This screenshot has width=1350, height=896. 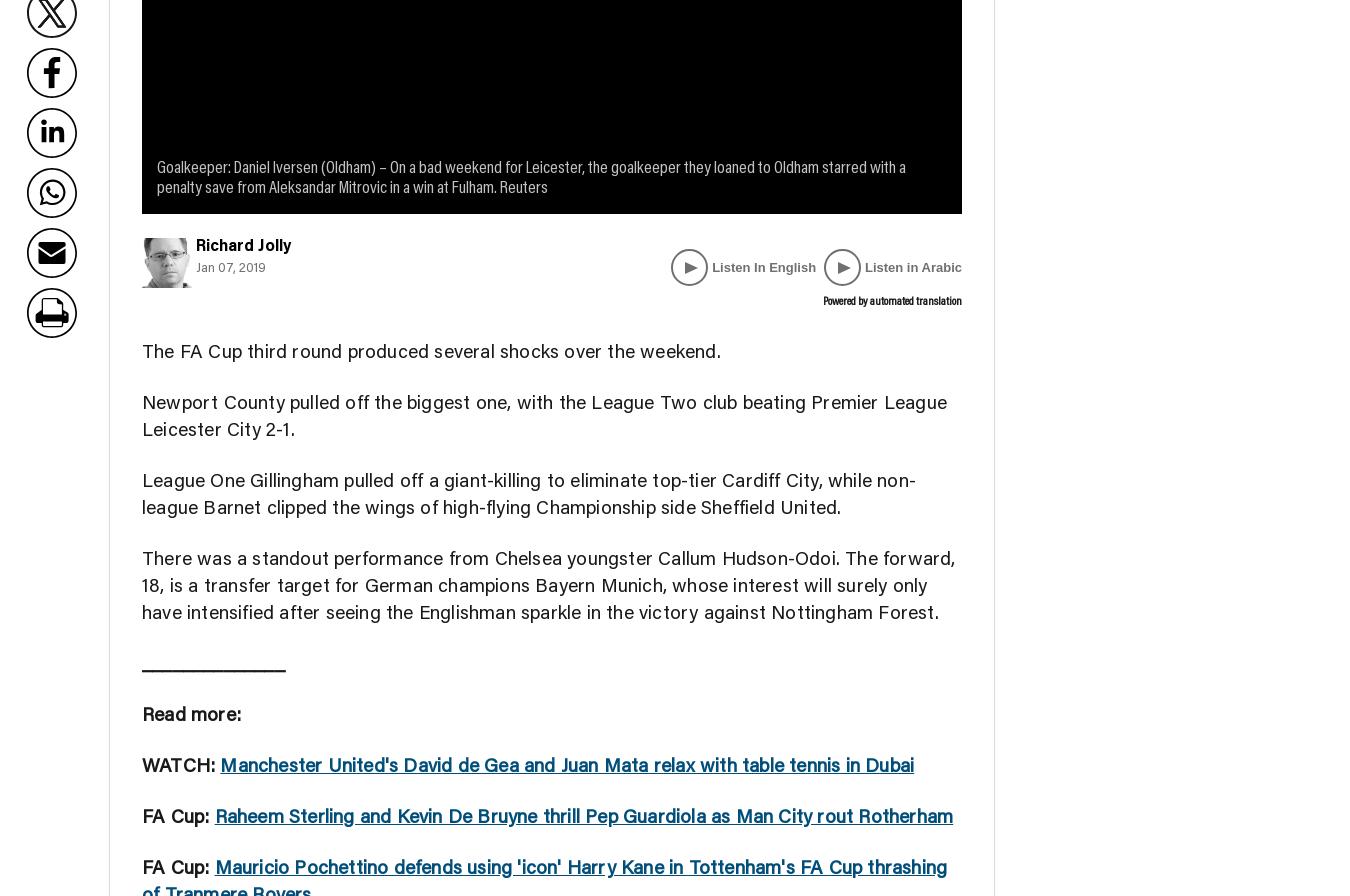 What do you see at coordinates (732, 56) in the screenshot?
I see `'Things to do'` at bounding box center [732, 56].